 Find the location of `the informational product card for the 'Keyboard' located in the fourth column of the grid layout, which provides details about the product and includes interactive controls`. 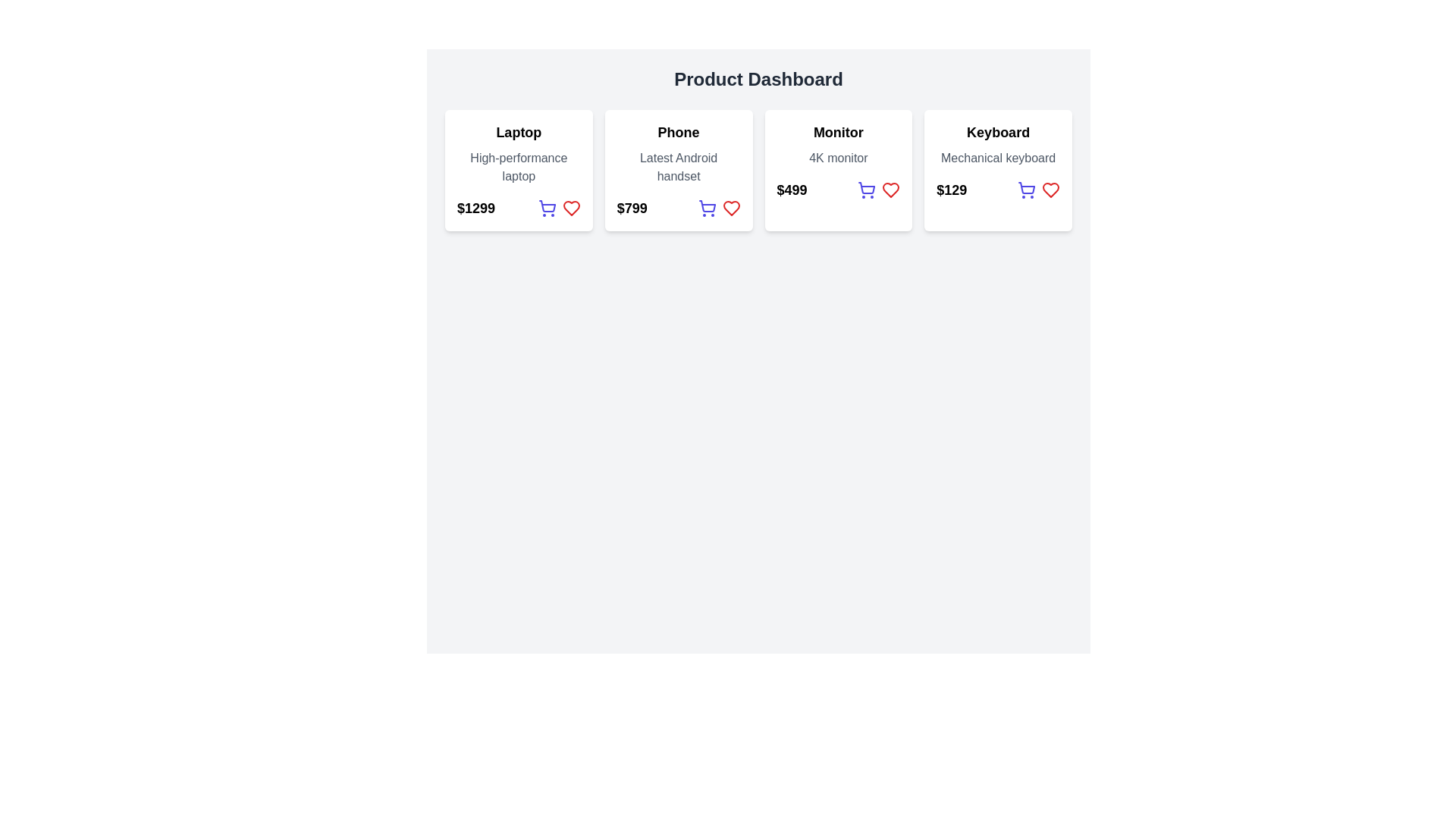

the informational product card for the 'Keyboard' located in the fourth column of the grid layout, which provides details about the product and includes interactive controls is located at coordinates (998, 170).